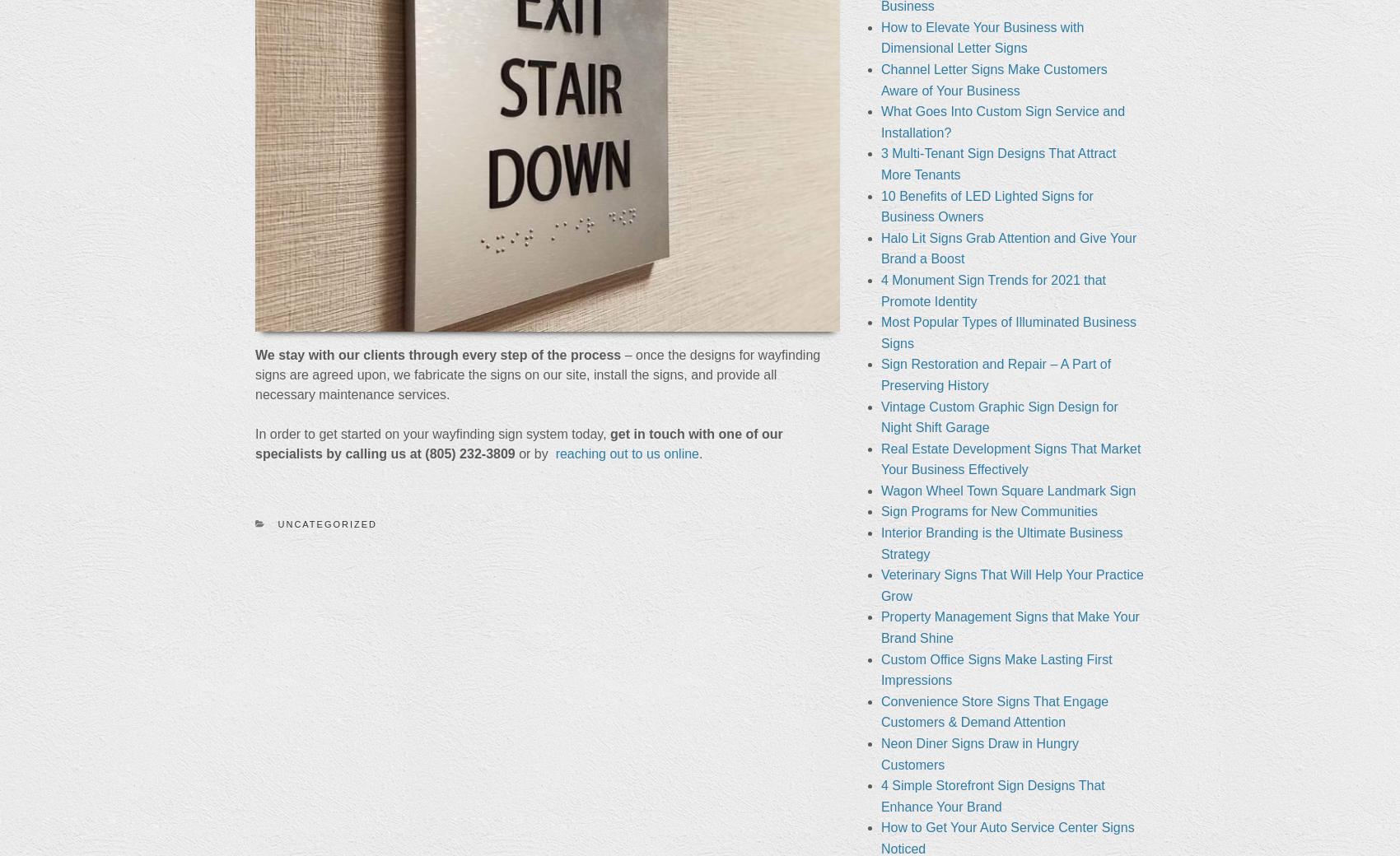 The width and height of the screenshot is (1400, 856). What do you see at coordinates (1010, 585) in the screenshot?
I see `'Veterinary Signs That Will Help Your Practice Grow'` at bounding box center [1010, 585].